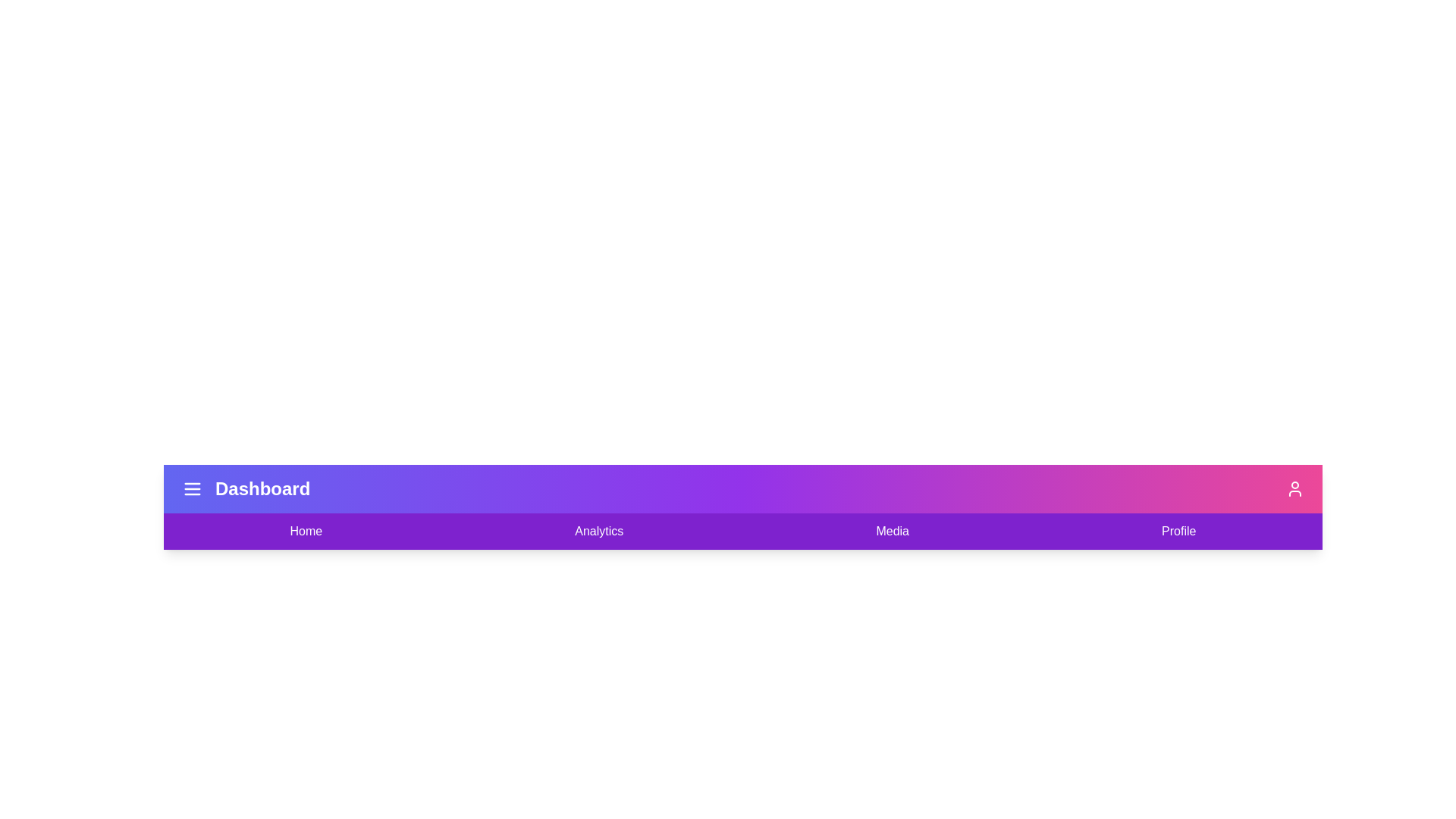 This screenshot has height=819, width=1456. I want to click on the navigation link labeled Analytics, so click(598, 531).